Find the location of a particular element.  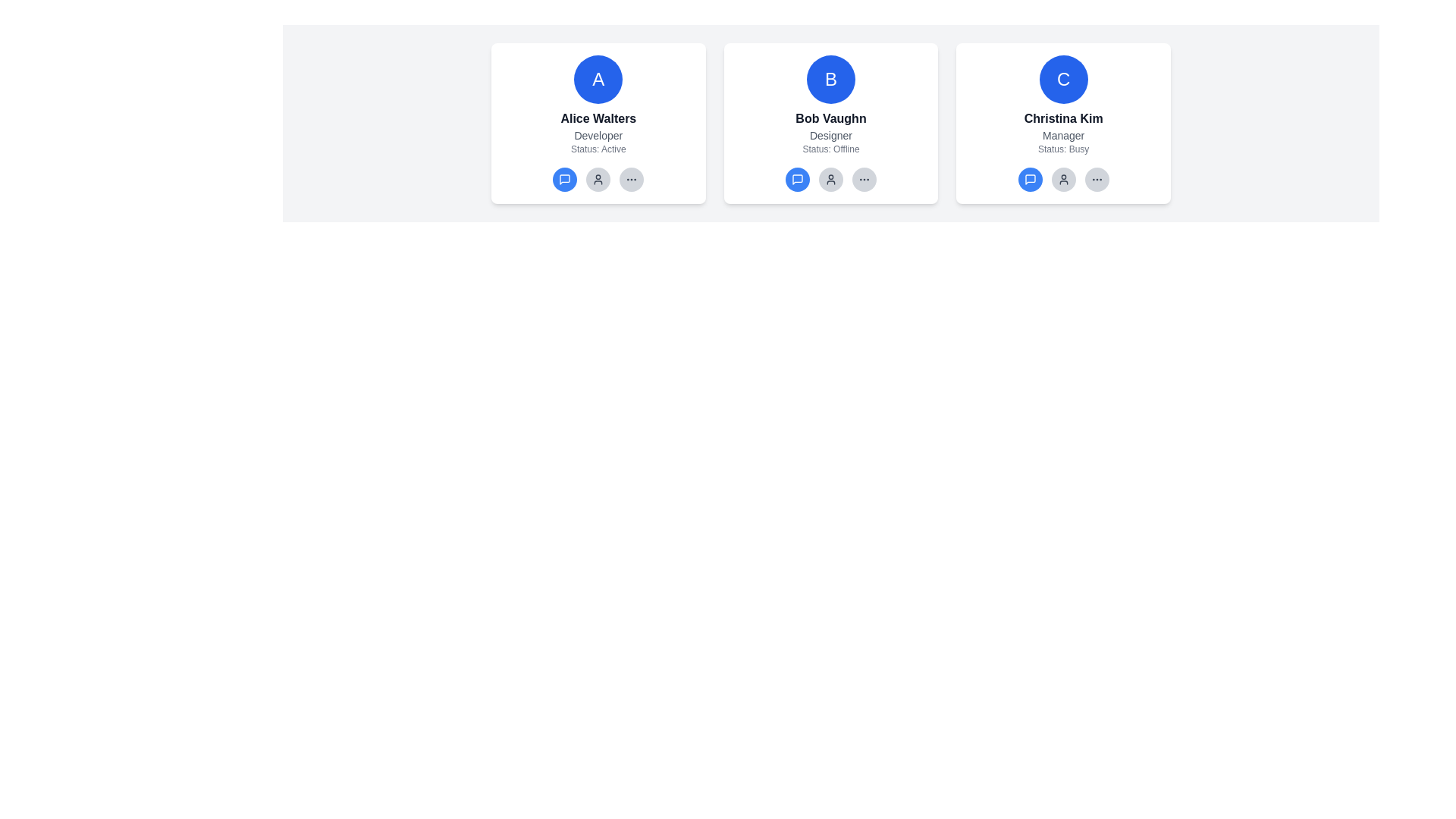

the user profile icon located in the second card for 'Bob Vaughn' is located at coordinates (830, 178).